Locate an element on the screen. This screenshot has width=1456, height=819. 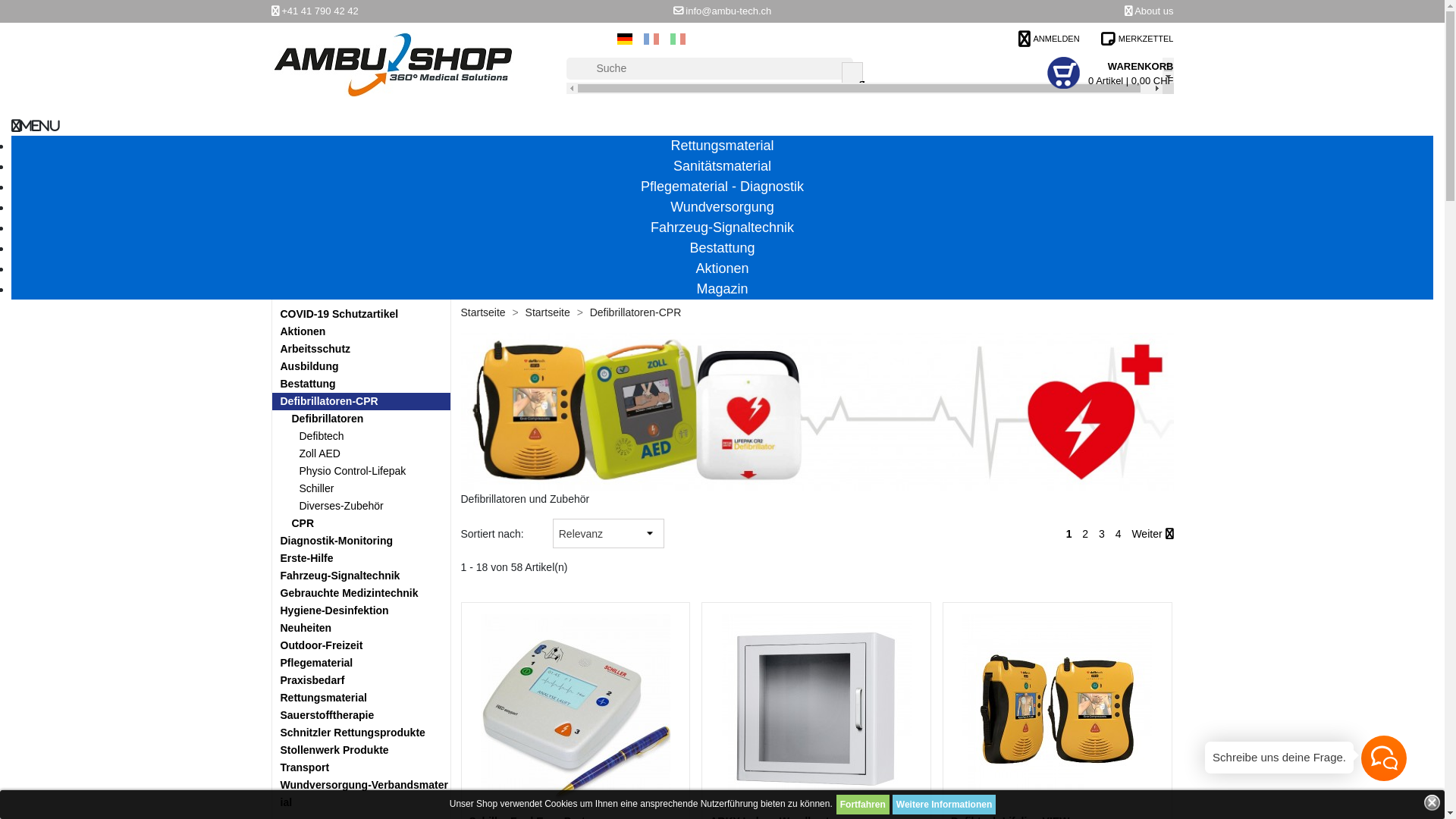
'Arbeitsschutz' is located at coordinates (271, 348).